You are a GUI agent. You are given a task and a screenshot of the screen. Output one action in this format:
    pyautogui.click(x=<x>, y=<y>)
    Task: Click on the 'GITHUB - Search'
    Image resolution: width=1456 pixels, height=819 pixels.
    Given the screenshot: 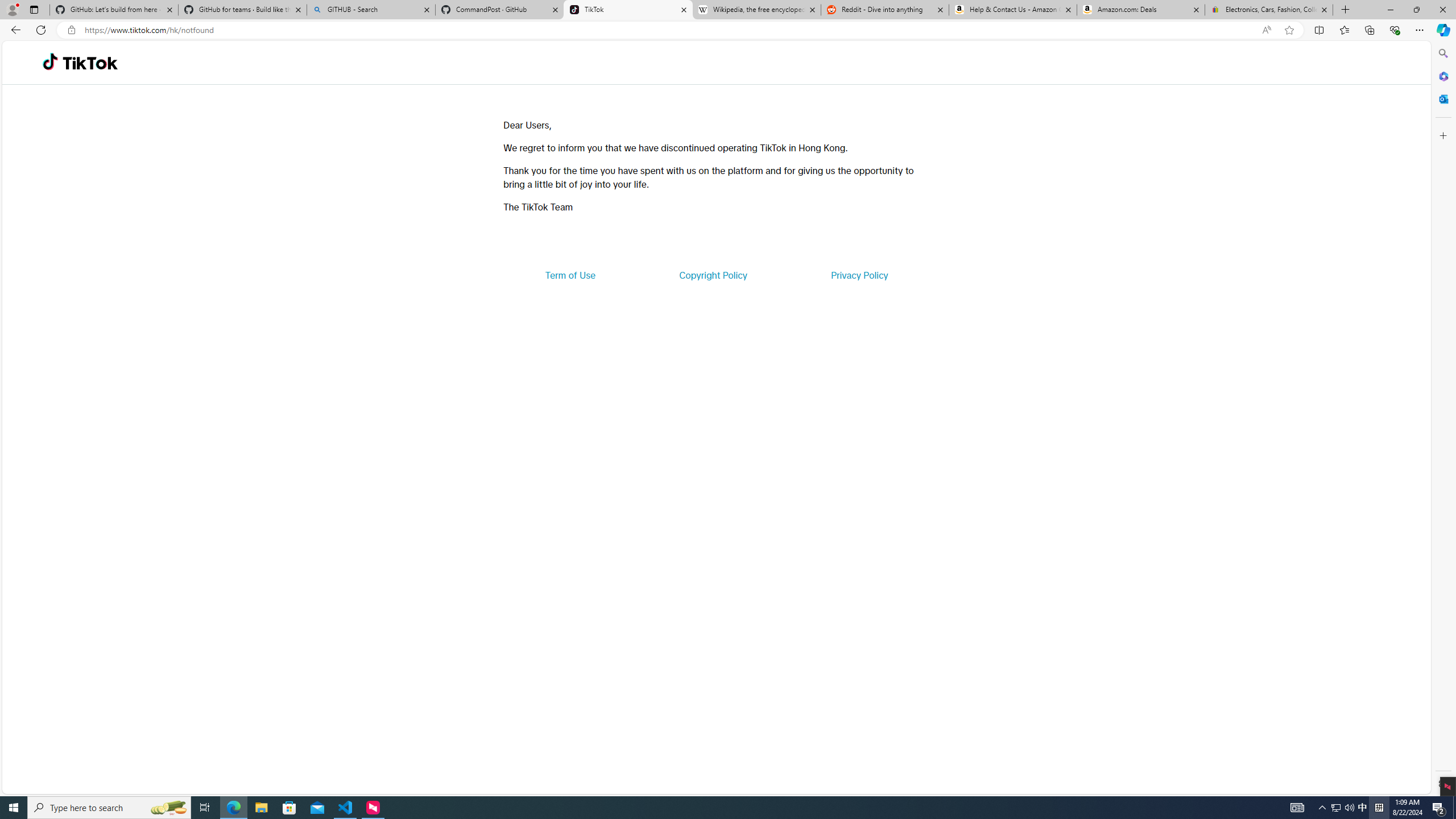 What is the action you would take?
    pyautogui.click(x=370, y=9)
    